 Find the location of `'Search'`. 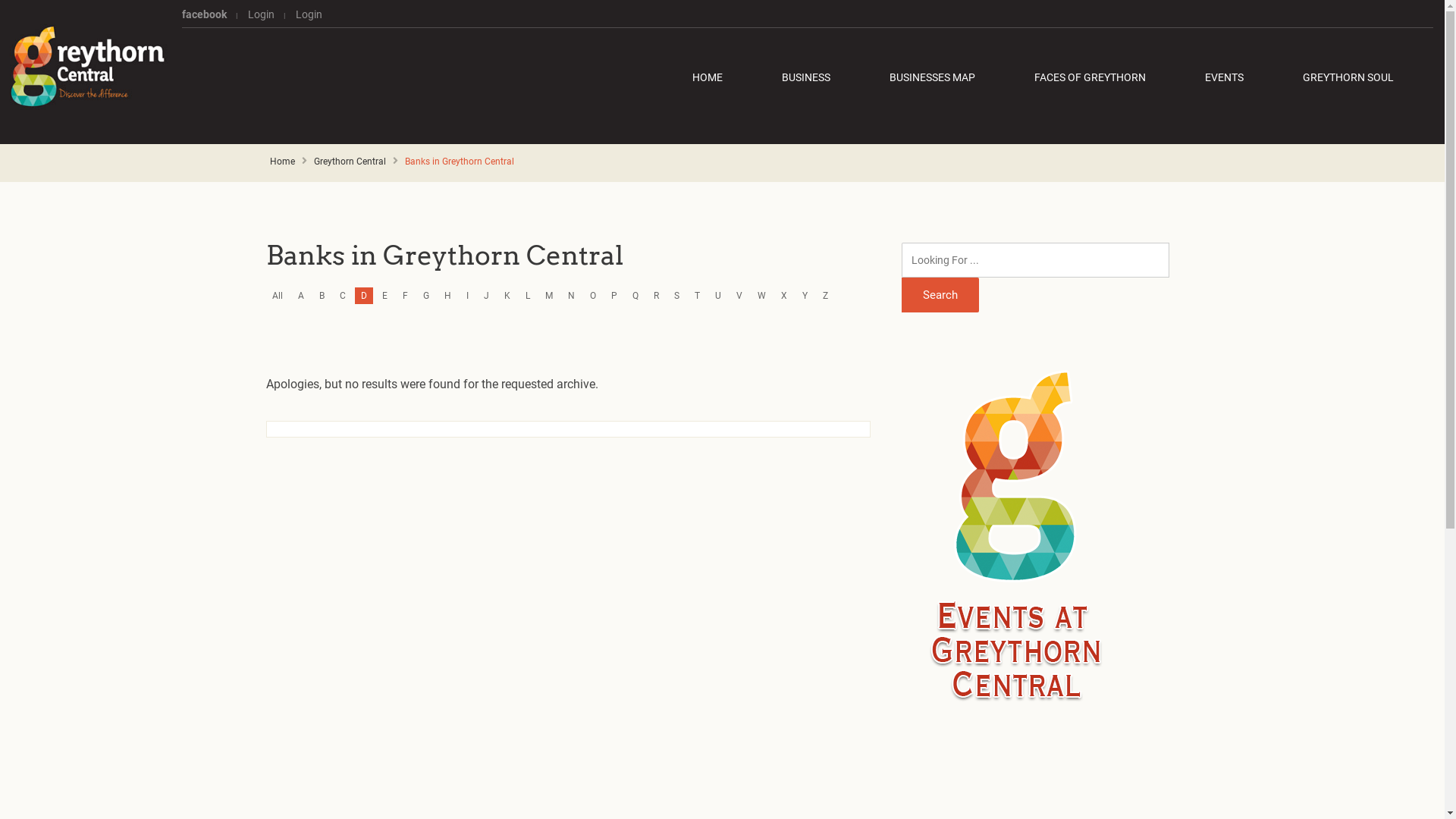

'Search' is located at coordinates (939, 295).